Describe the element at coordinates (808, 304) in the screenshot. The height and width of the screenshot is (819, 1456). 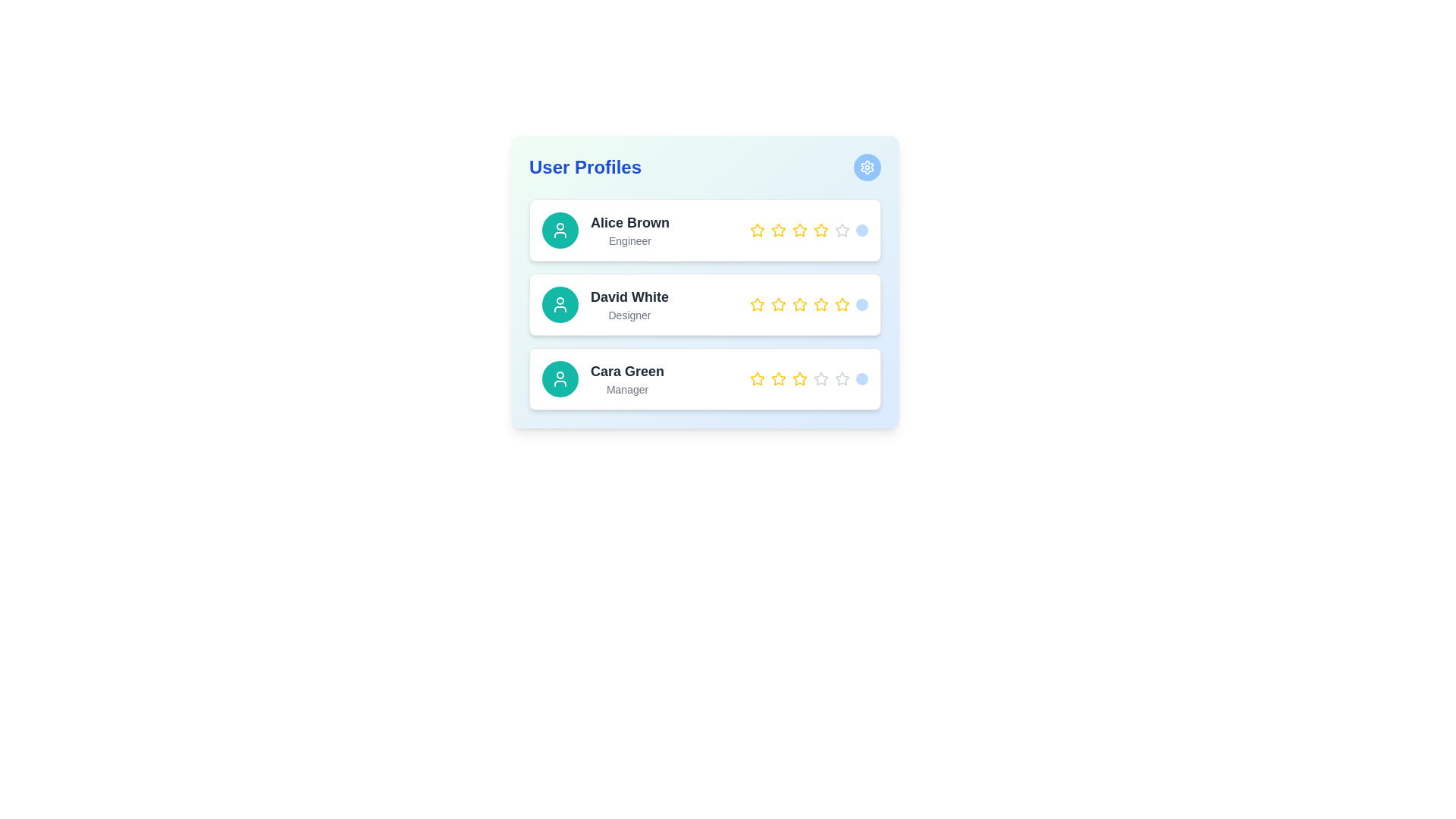
I see `the star icon in the rating system indicator for 'David White' to rate` at that location.